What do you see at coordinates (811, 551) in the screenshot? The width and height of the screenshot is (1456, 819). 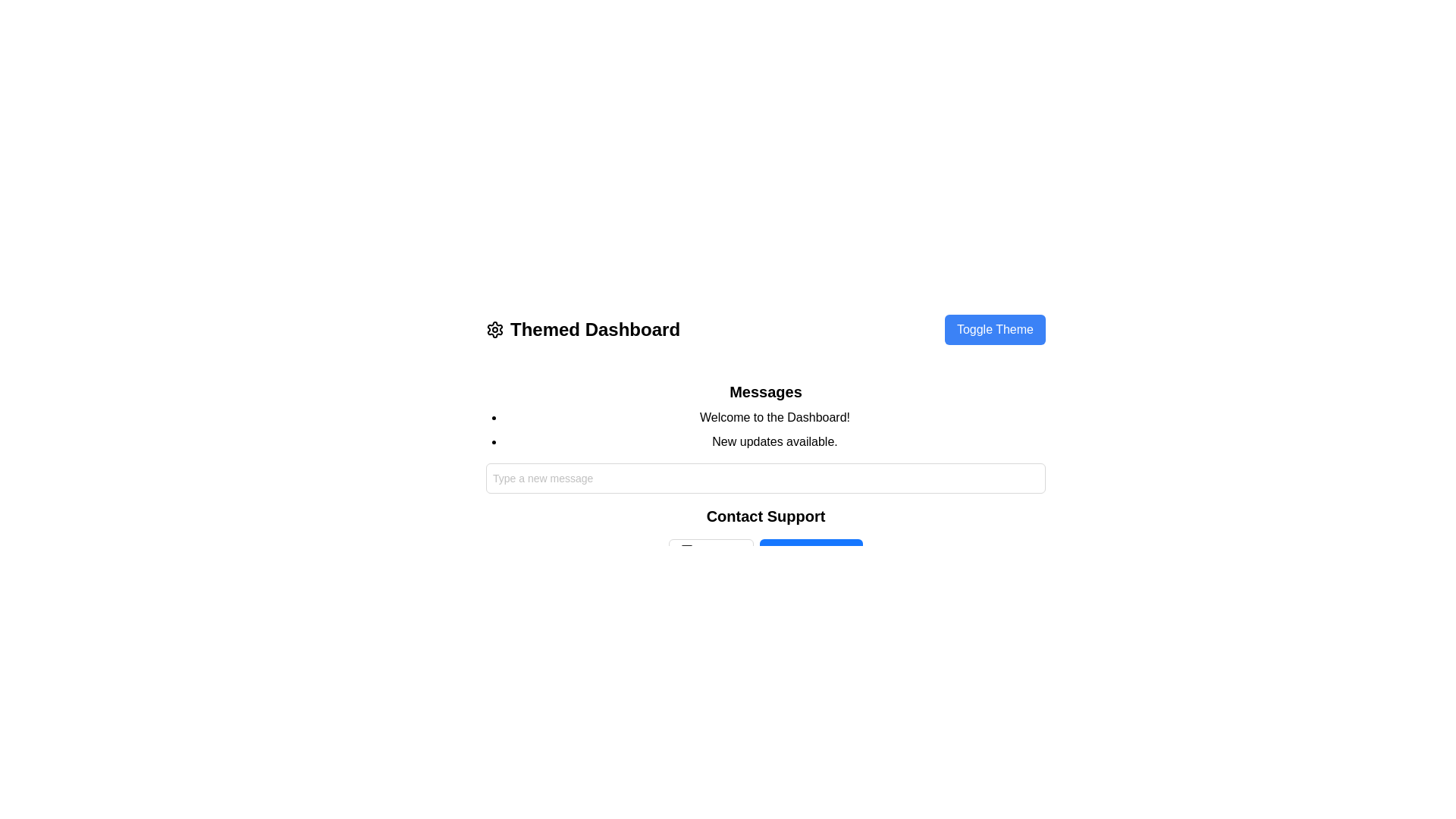 I see `the 'Visit Help Center' button` at bounding box center [811, 551].